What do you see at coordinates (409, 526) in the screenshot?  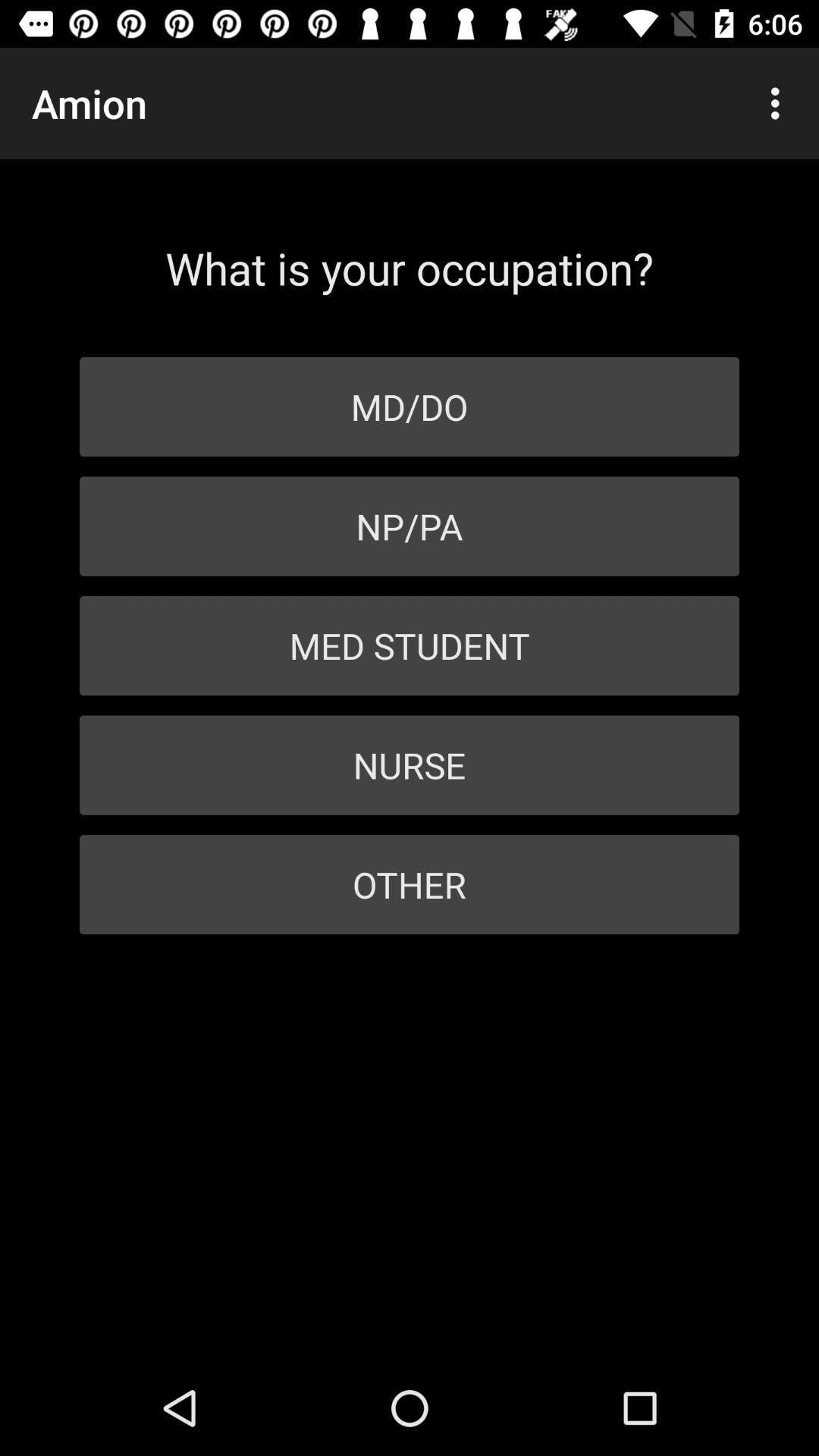 I see `the item below the md/do` at bounding box center [409, 526].